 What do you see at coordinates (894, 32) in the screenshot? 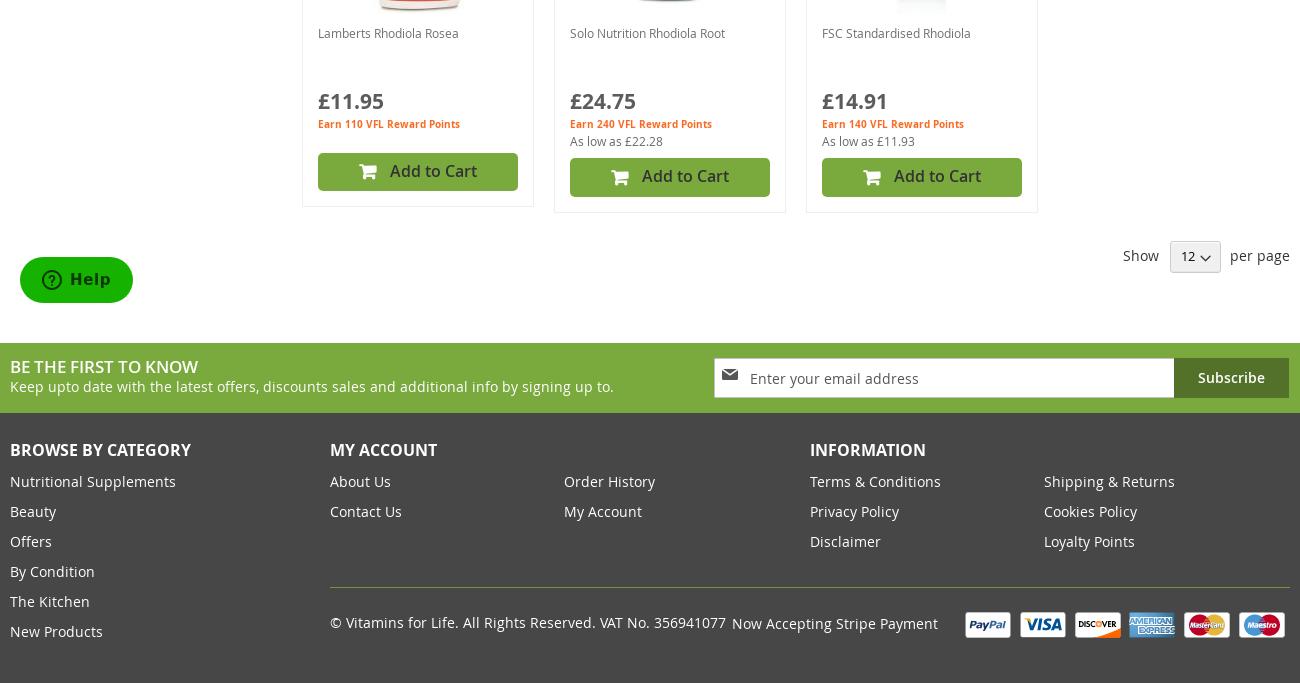
I see `'FSC Standardised Rhodiola'` at bounding box center [894, 32].